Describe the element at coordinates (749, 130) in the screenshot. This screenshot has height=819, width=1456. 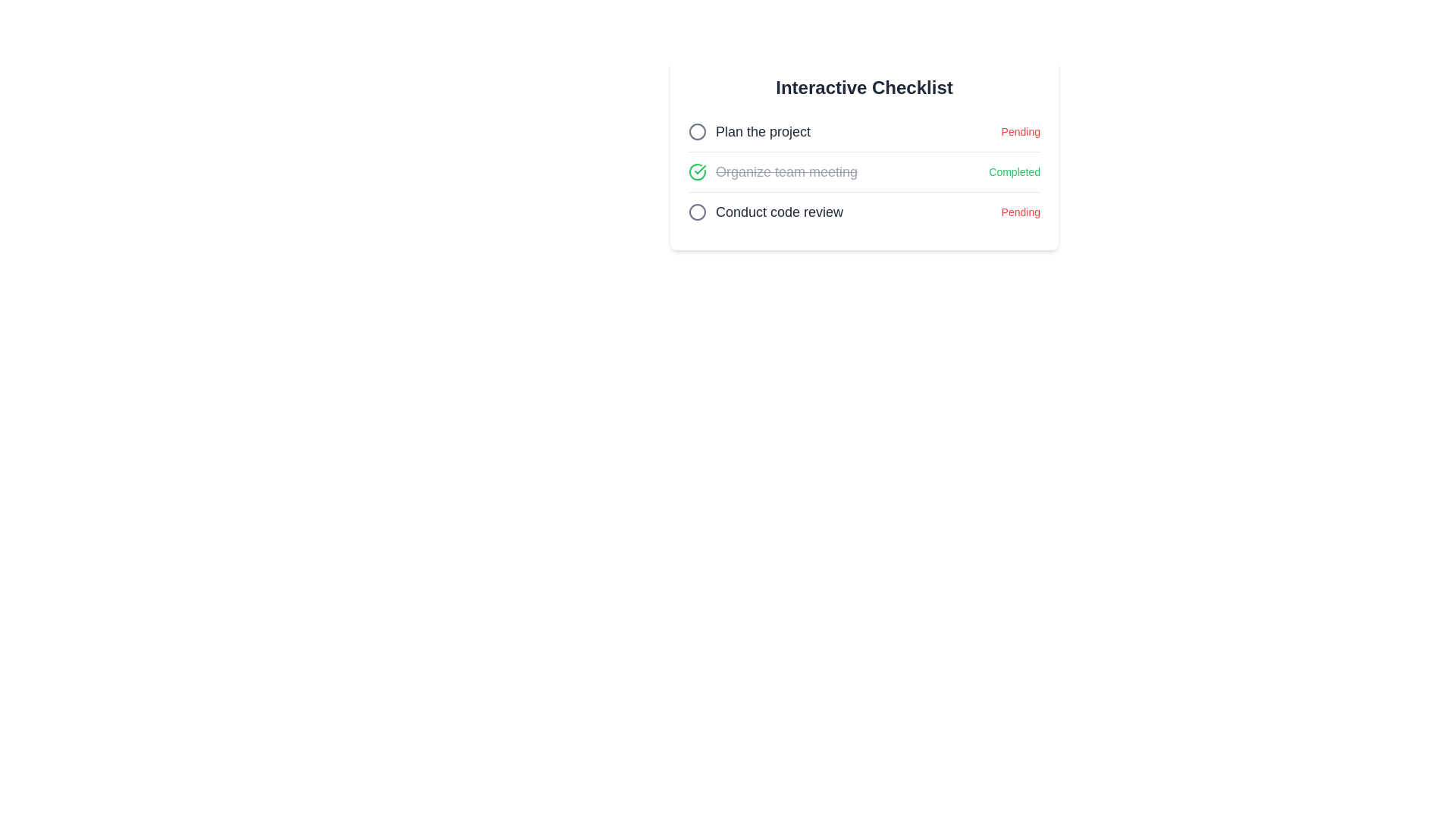
I see `the 'Plan the project' checkbox in the interactive checklist, which is the first item in the list` at that location.